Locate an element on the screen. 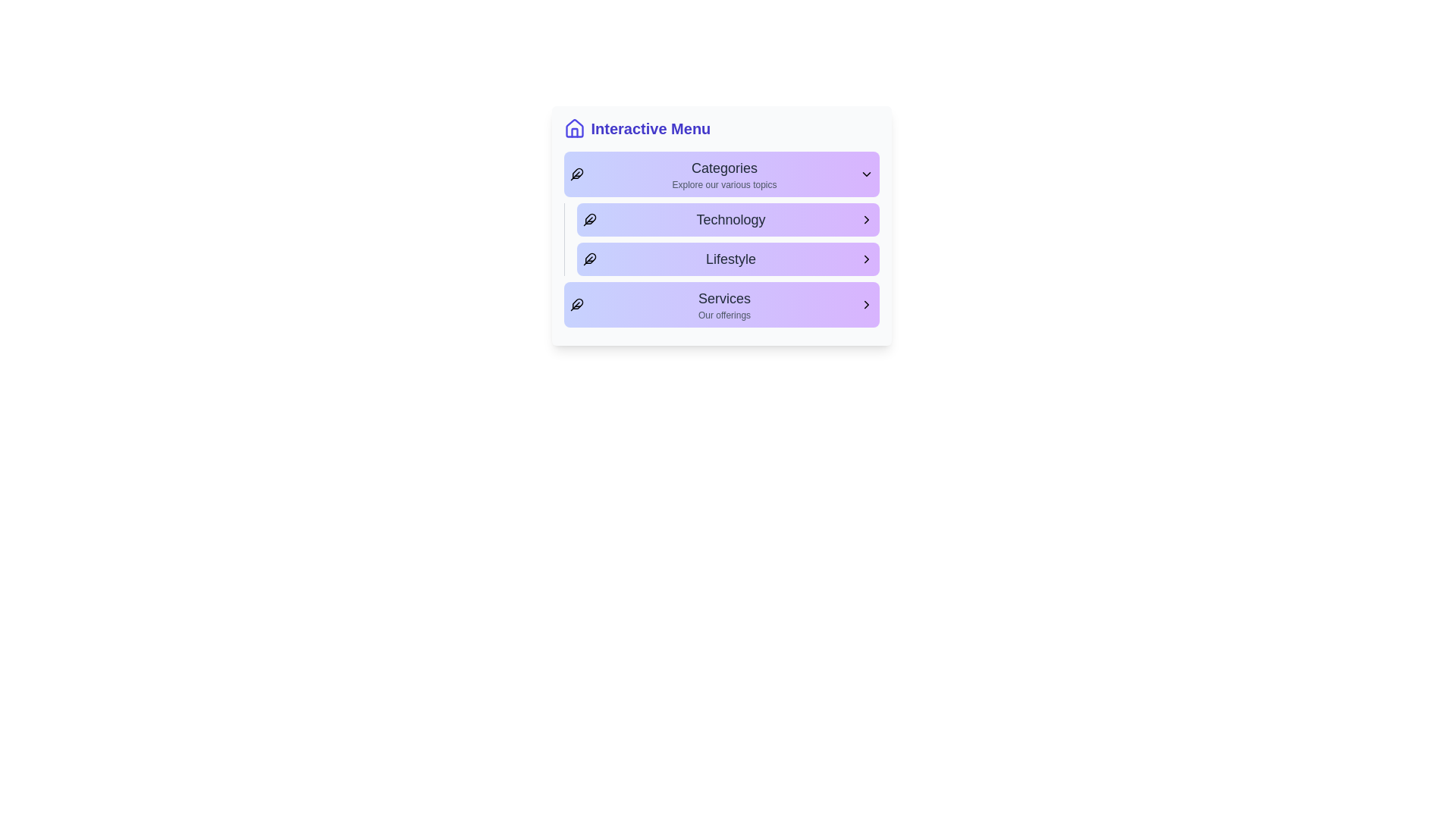  the arrow indicator icon located to the far-right of the 'Services' menu item in the side menu structure is located at coordinates (866, 304).